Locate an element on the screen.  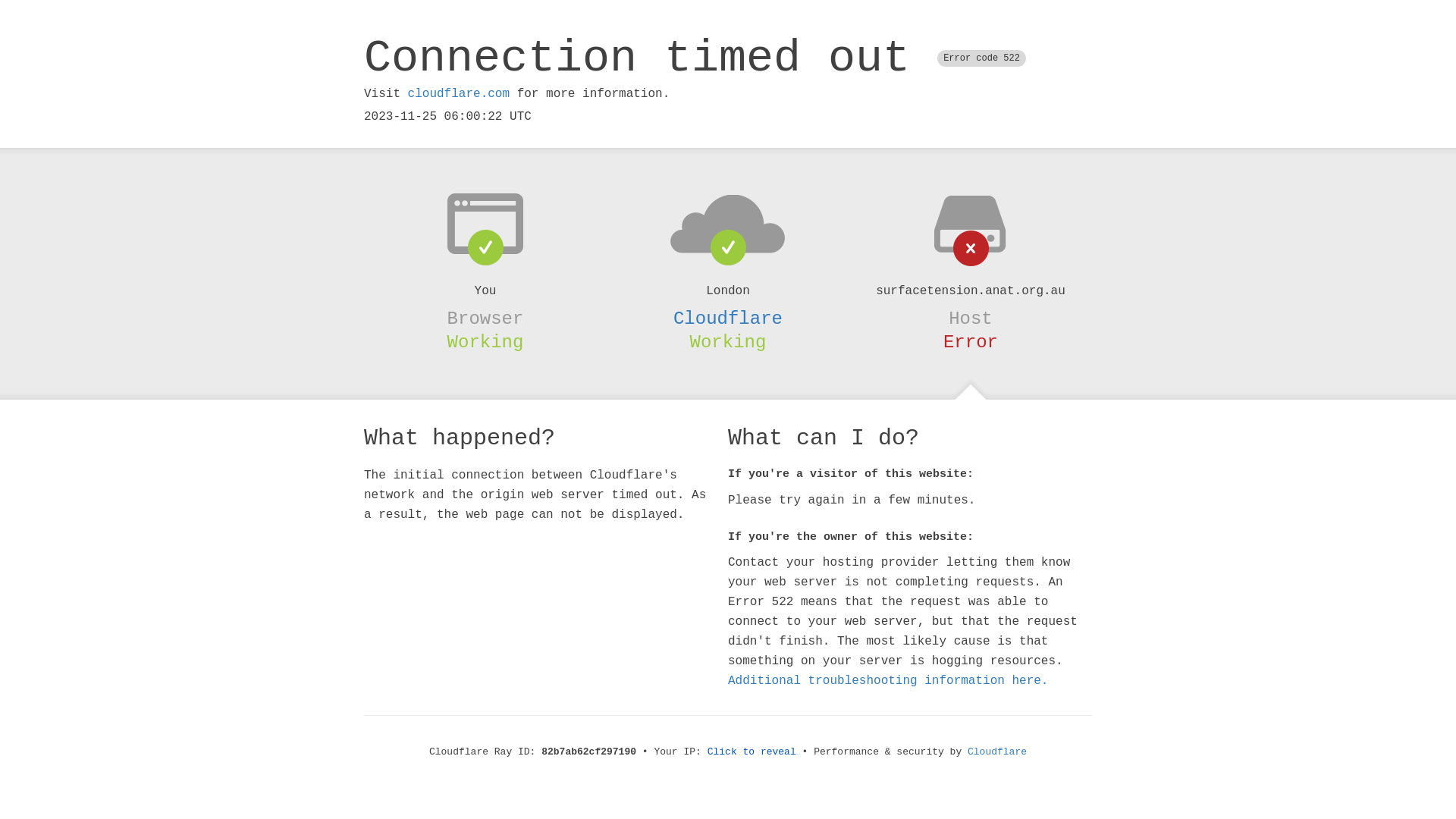
'Additional troubleshooting information here.' is located at coordinates (888, 680).